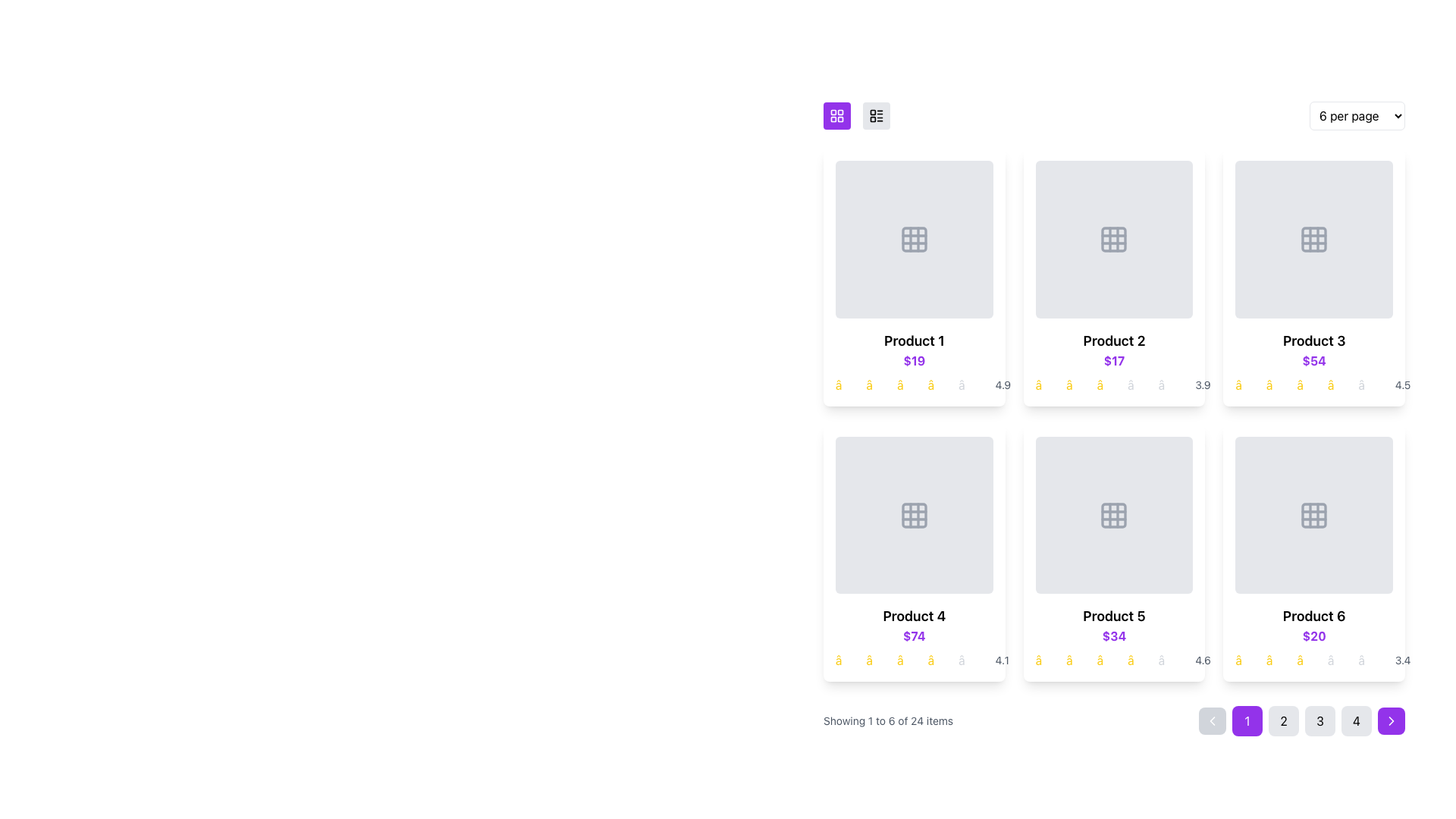  Describe the element at coordinates (877, 115) in the screenshot. I see `the toggle button to switch the display format from grid to list view, which is the second button in the group located to the right of the violet grid-view button` at that location.